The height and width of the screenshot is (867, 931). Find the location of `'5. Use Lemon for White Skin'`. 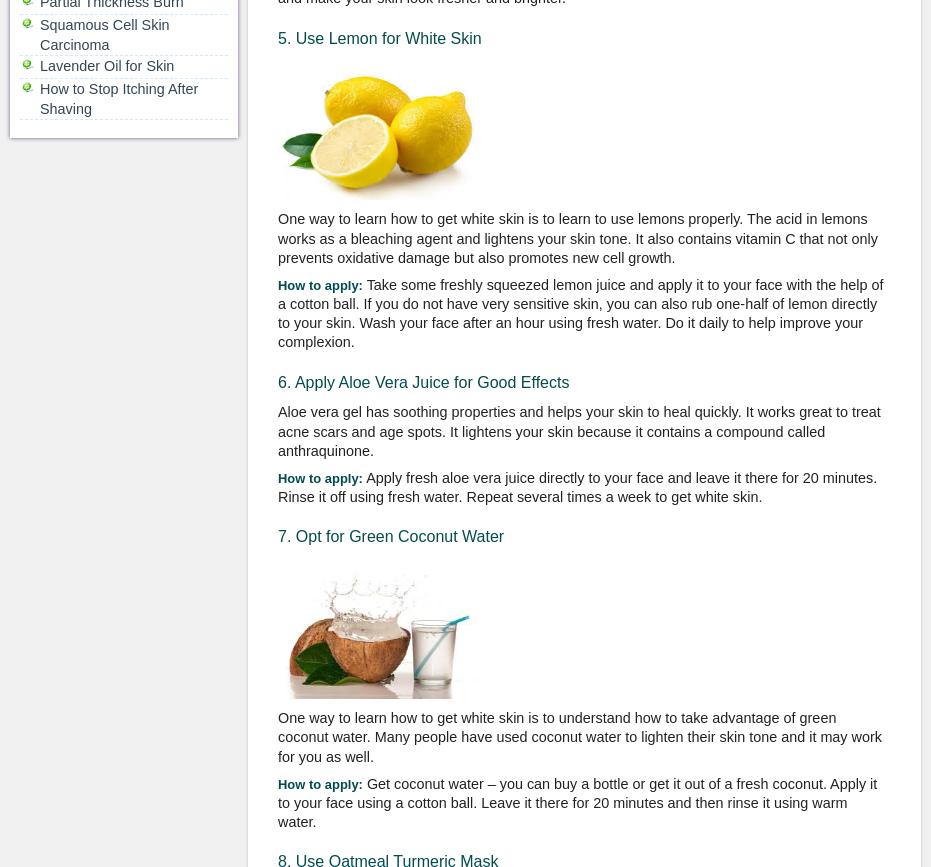

'5. Use Lemon for White Skin' is located at coordinates (379, 37).